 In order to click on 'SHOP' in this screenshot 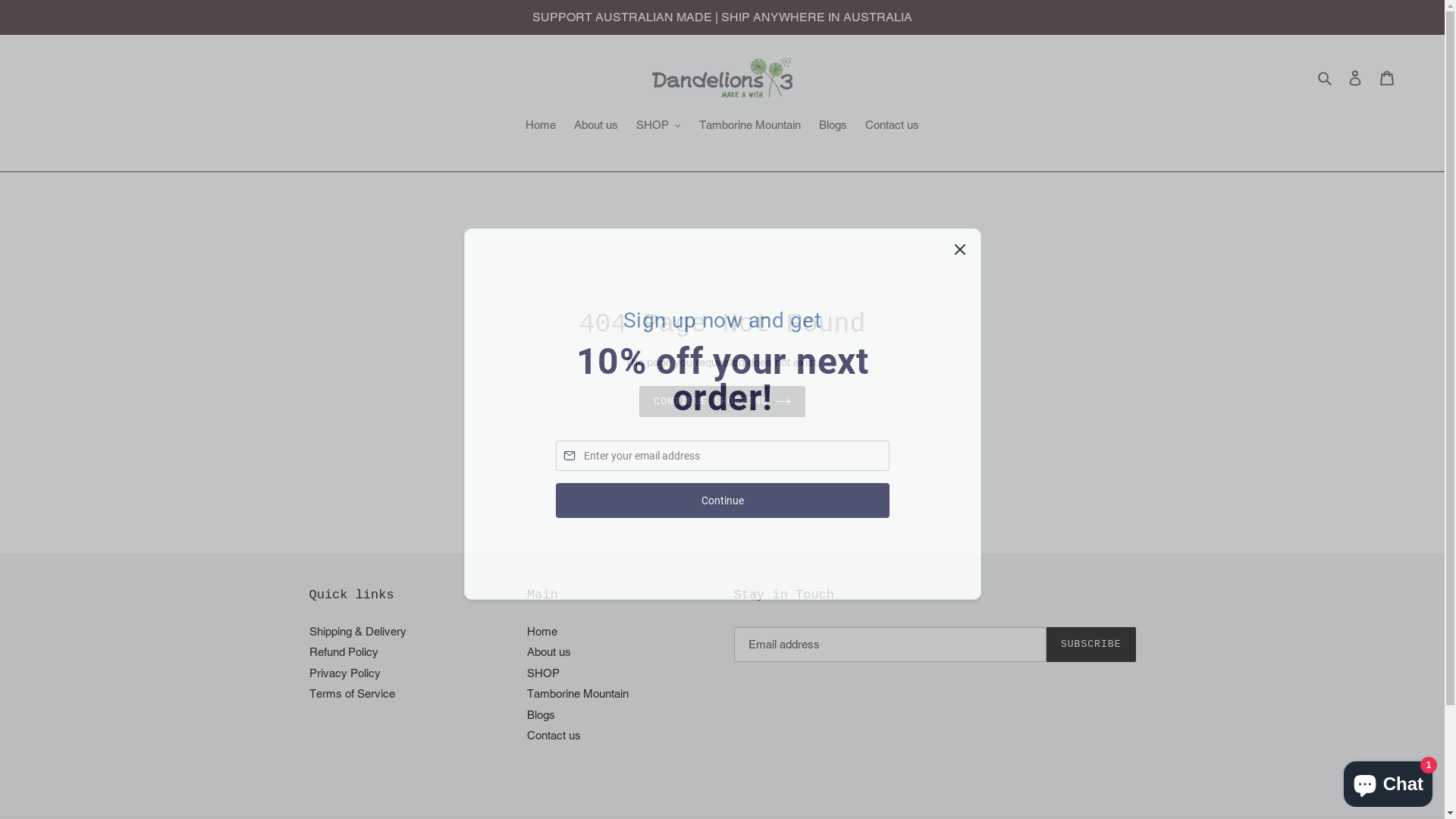, I will do `click(543, 672)`.